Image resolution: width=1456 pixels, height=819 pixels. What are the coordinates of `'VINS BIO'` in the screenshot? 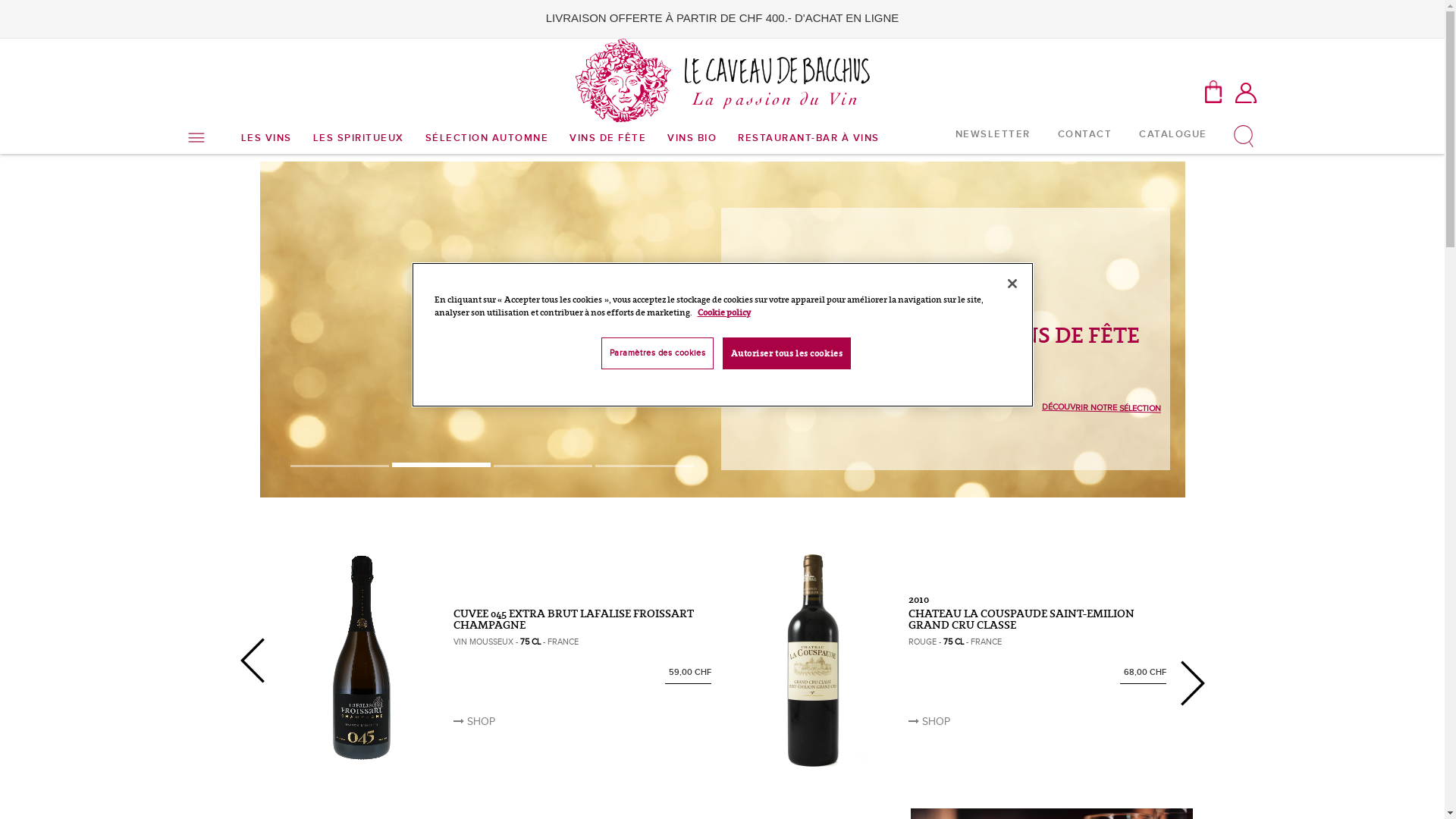 It's located at (691, 137).